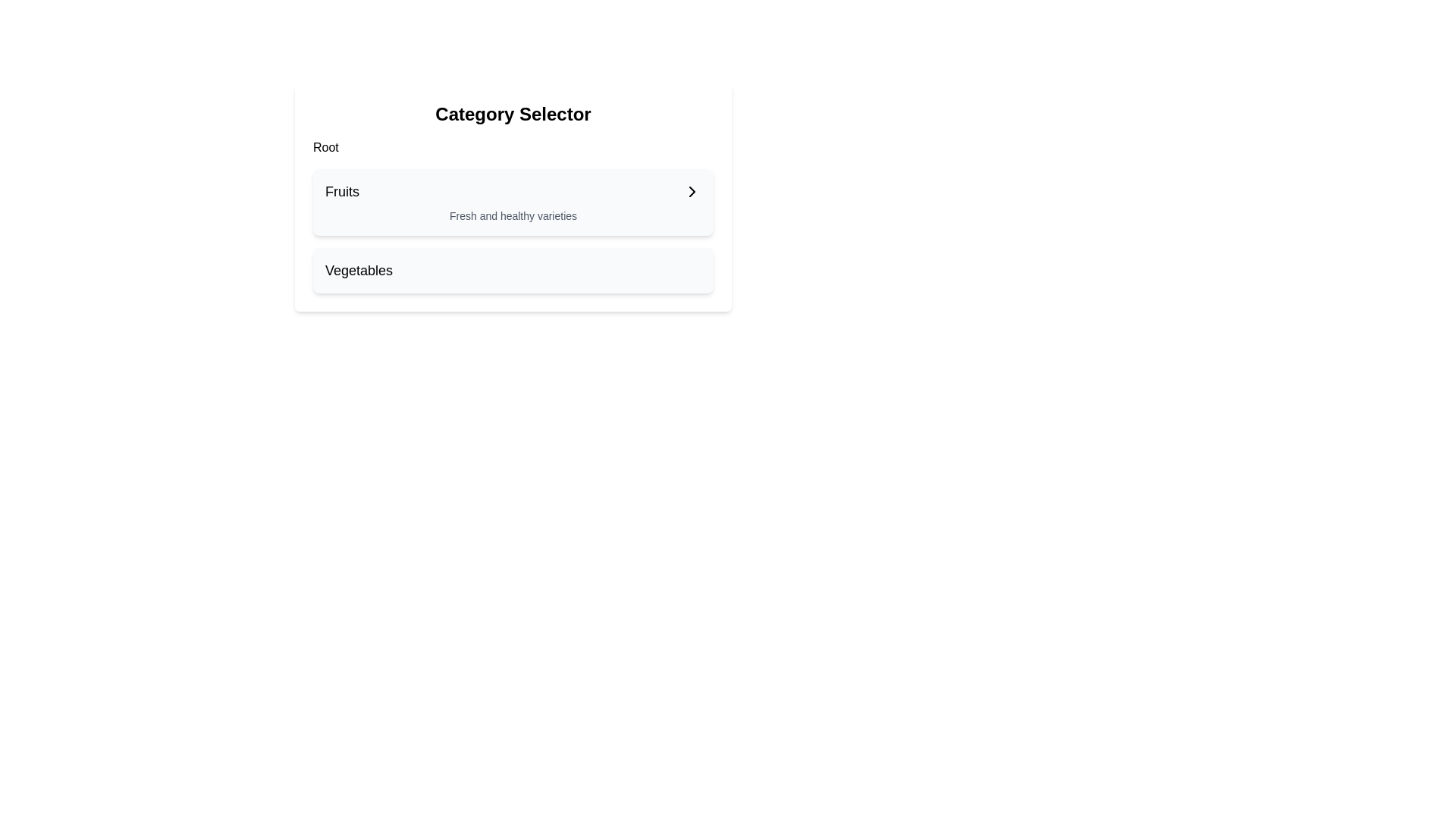 The image size is (1456, 819). I want to click on the static text label displaying 'Root', which is positioned near the top-left corner of the 'Category Selector' section, slightly above the buttons labeled 'Fruits' and 'Vegetables', so click(325, 148).